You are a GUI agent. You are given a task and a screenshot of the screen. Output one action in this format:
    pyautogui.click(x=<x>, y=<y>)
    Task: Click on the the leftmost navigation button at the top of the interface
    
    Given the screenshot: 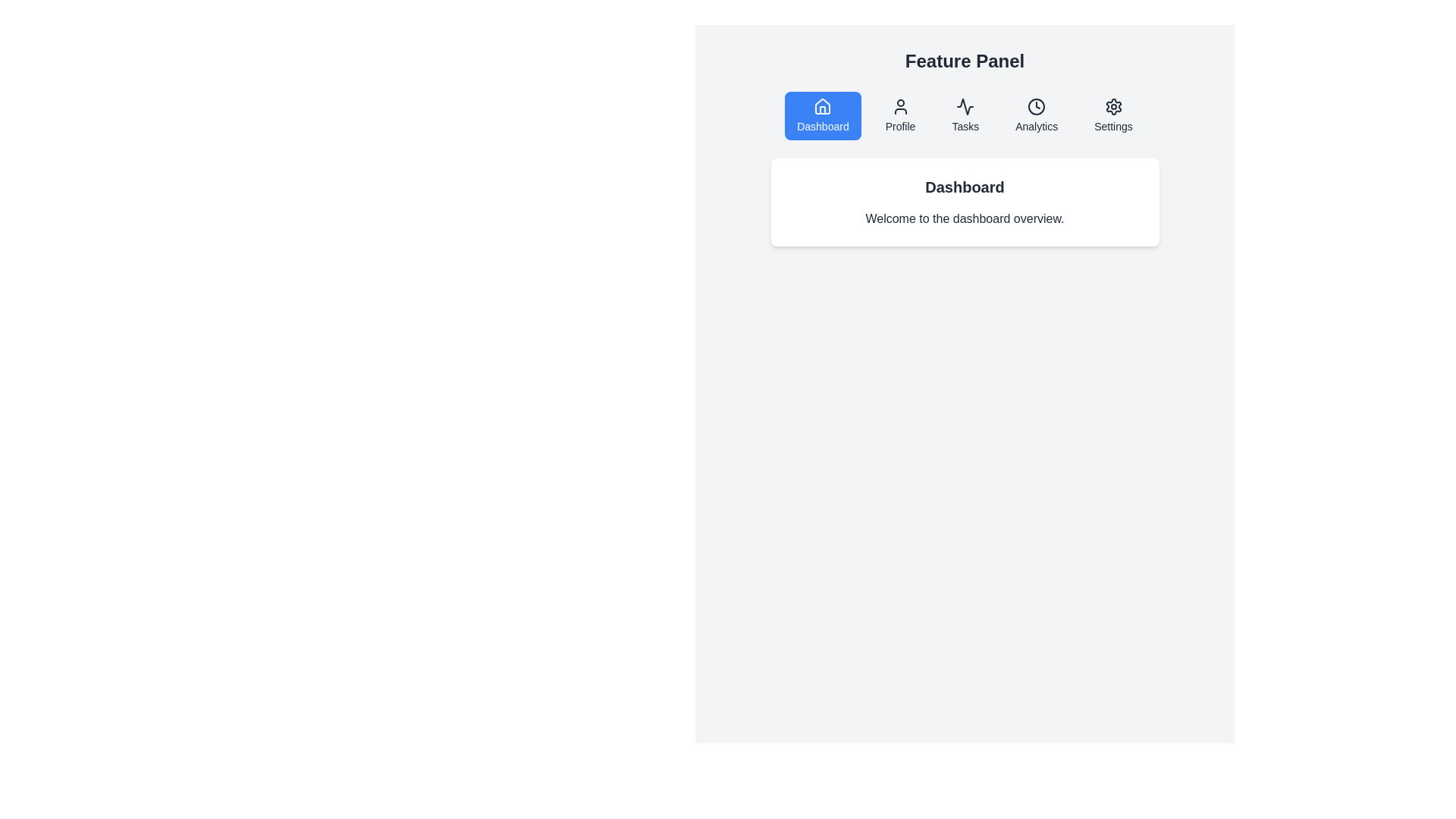 What is the action you would take?
    pyautogui.click(x=822, y=115)
    